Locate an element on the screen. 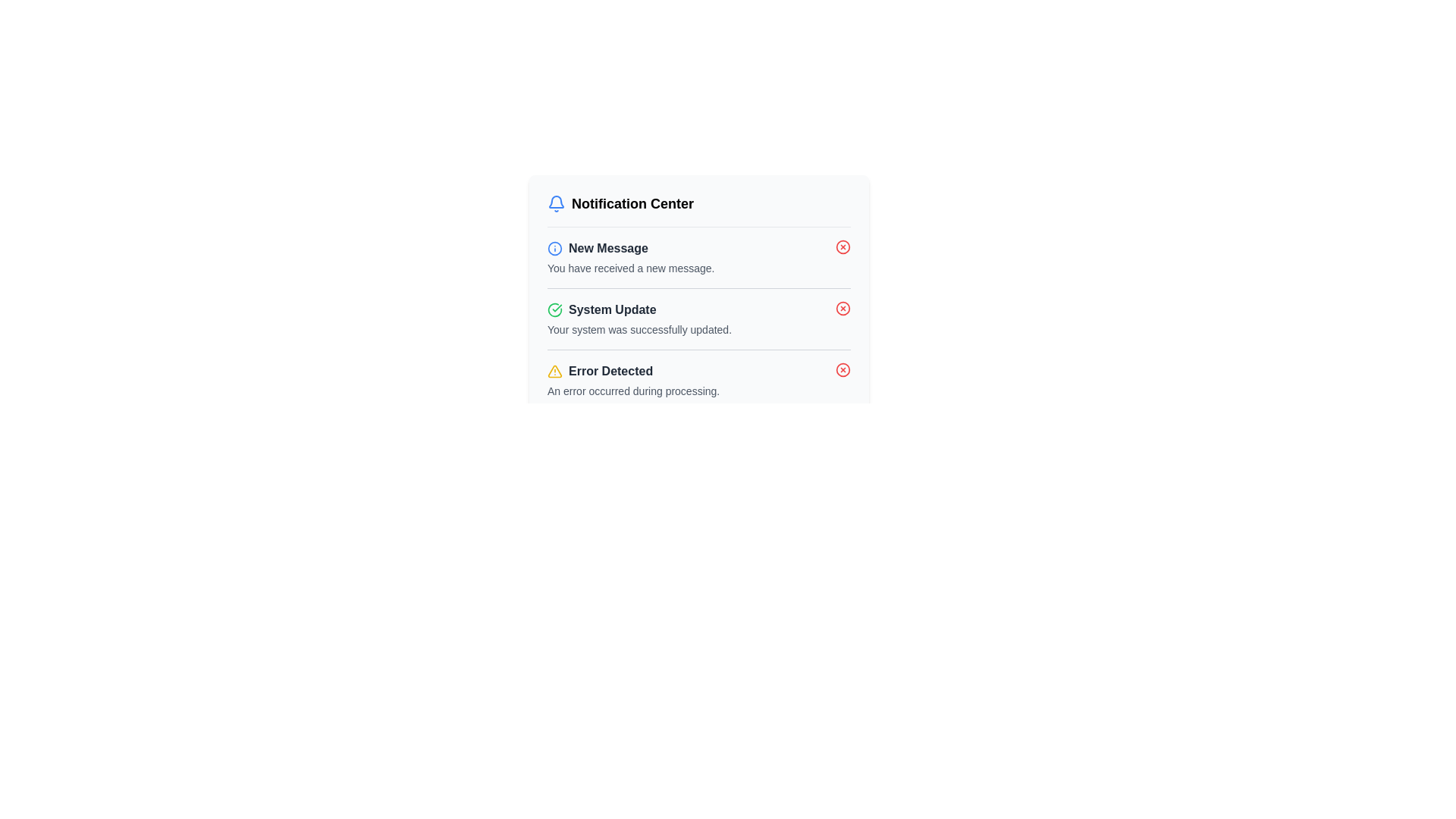 The height and width of the screenshot is (819, 1456). the Notification Entry that contains the header 'New Message' and descriptive text stating 'You have received a new message.' is located at coordinates (631, 256).